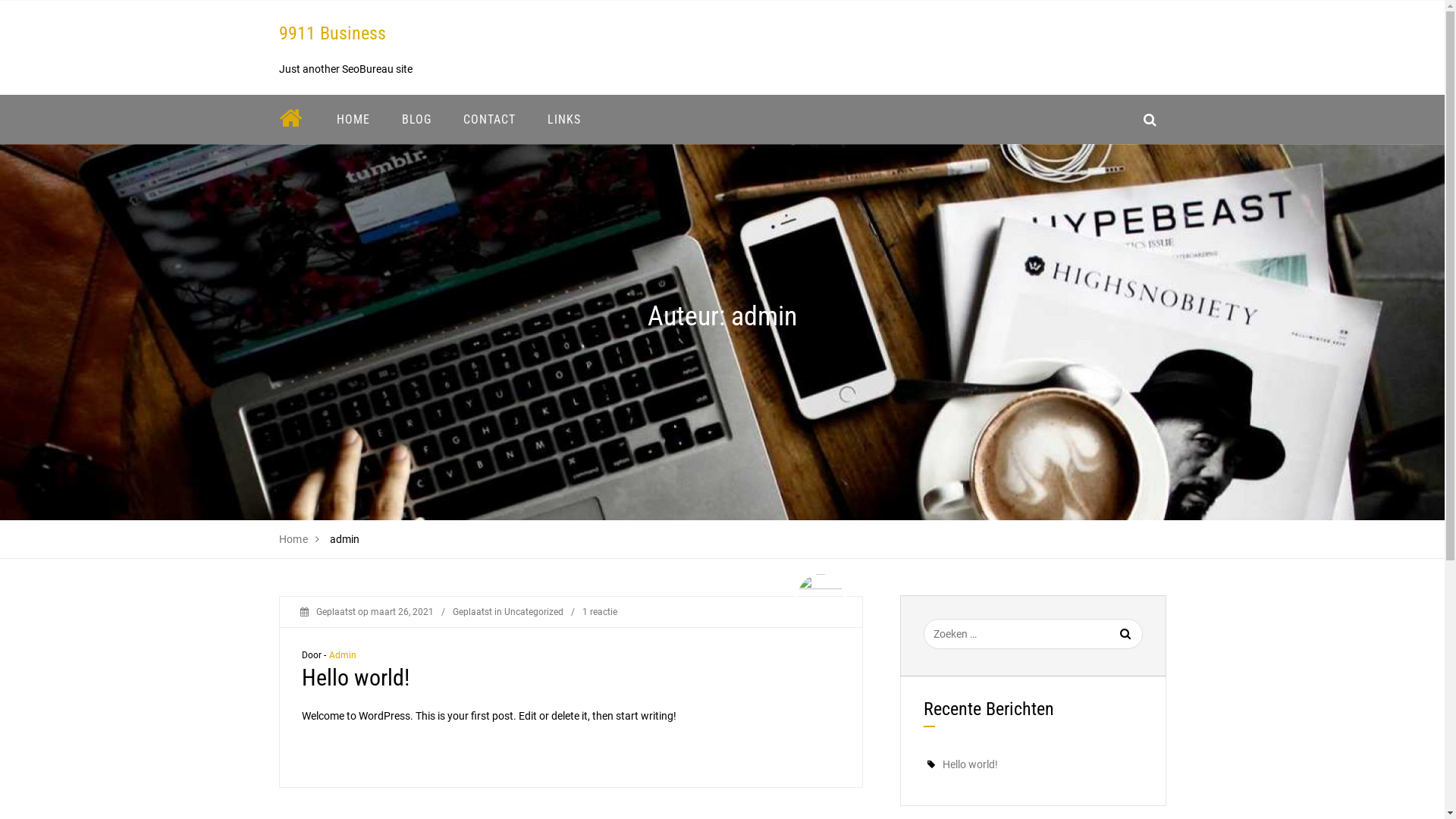 The height and width of the screenshot is (819, 1456). Describe the element at coordinates (599, 610) in the screenshot. I see `'1 reactie` at that location.